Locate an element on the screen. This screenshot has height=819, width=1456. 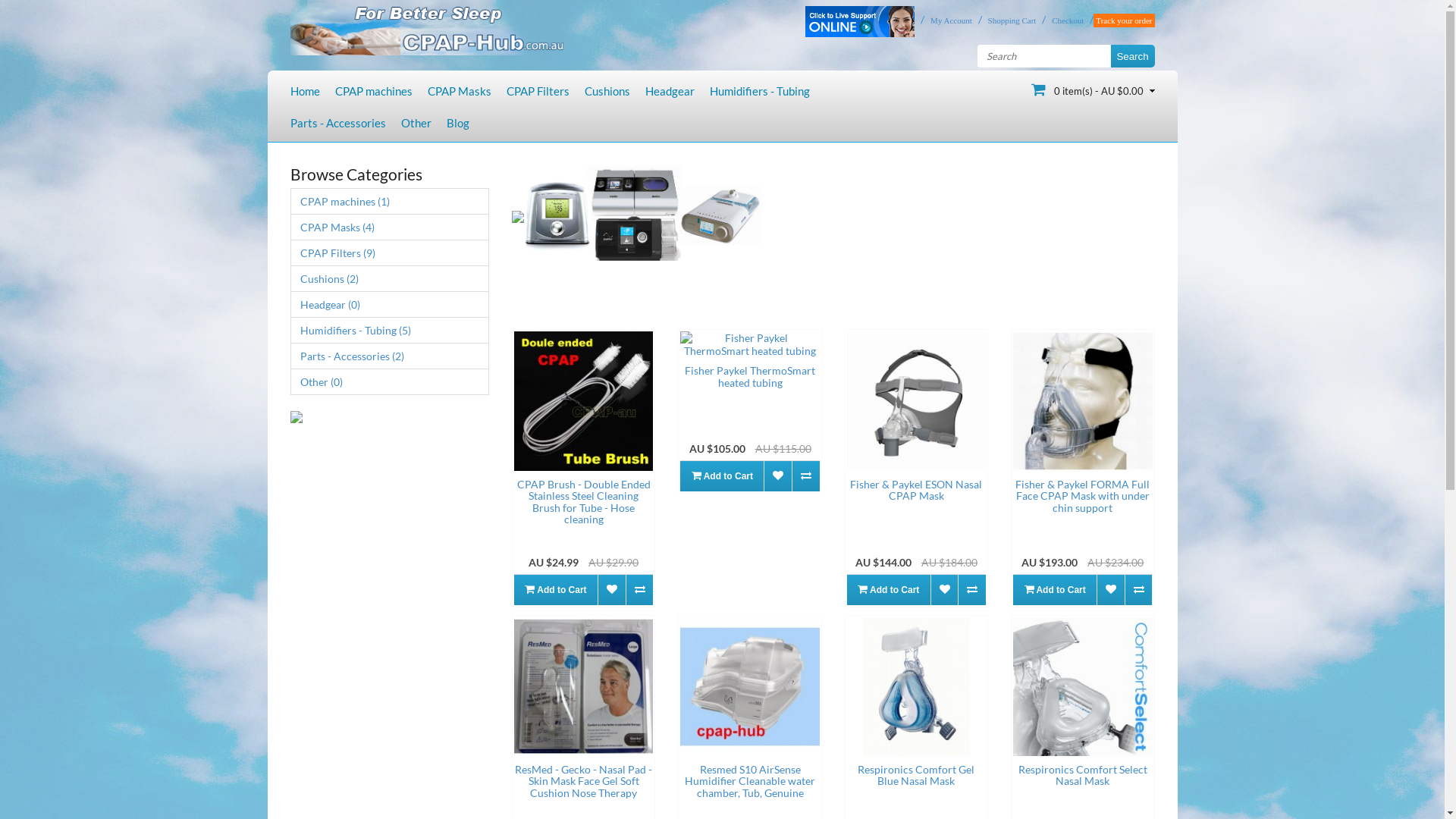
'Home' is located at coordinates (303, 90).